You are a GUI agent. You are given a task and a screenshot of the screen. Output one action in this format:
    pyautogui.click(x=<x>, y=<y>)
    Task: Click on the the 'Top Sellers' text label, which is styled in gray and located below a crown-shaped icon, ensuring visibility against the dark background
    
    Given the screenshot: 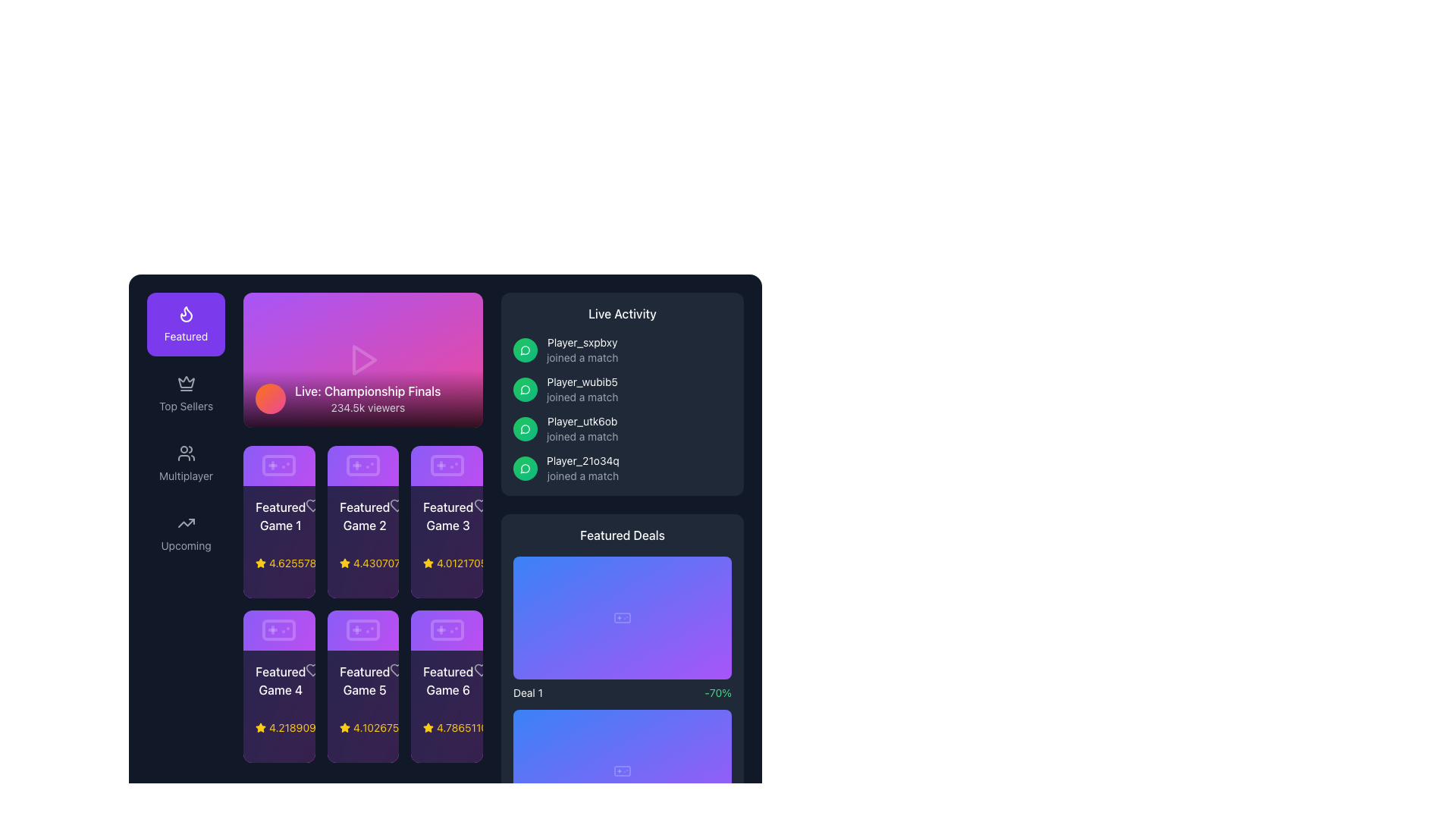 What is the action you would take?
    pyautogui.click(x=185, y=406)
    